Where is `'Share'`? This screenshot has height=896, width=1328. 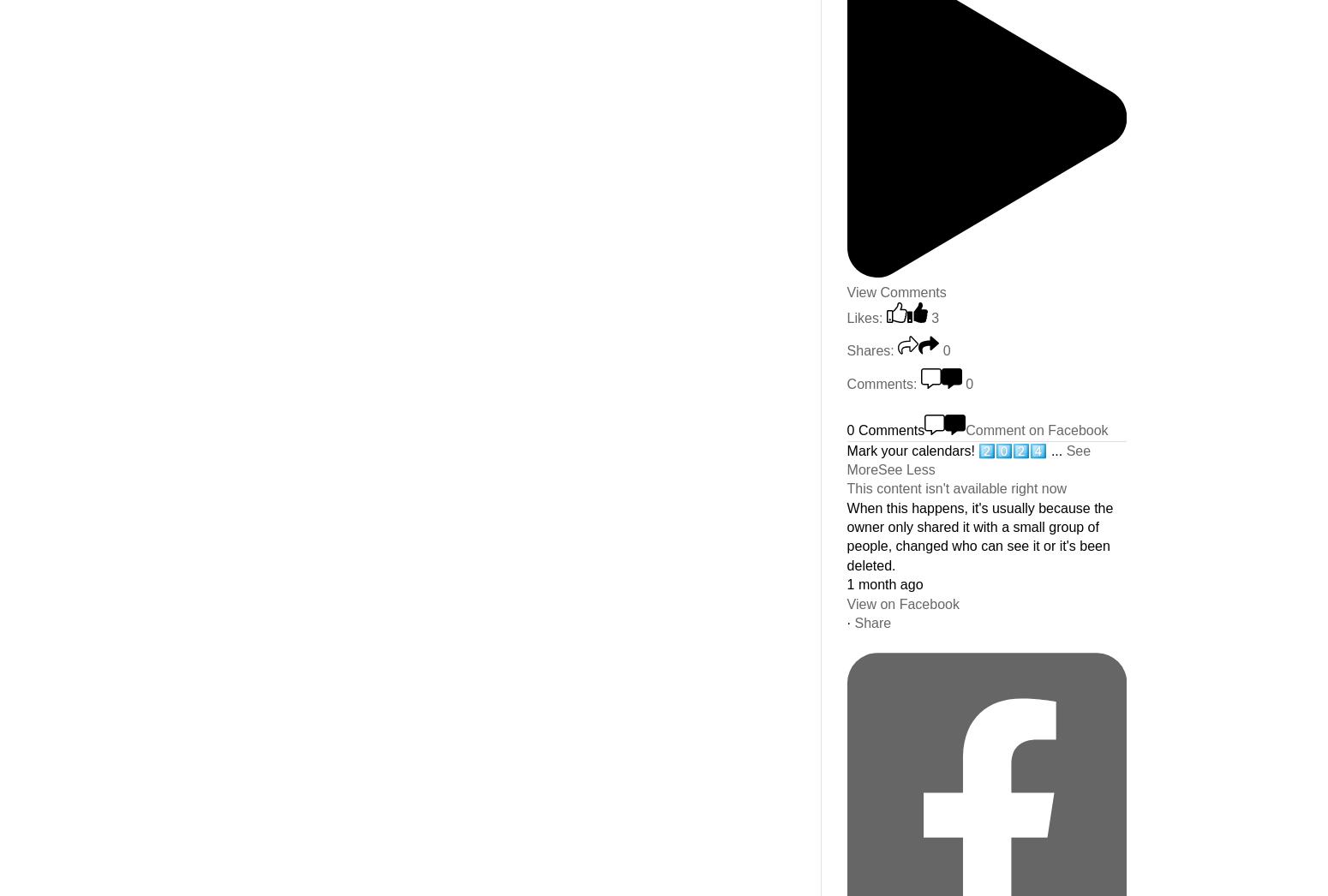
'Share' is located at coordinates (872, 623).